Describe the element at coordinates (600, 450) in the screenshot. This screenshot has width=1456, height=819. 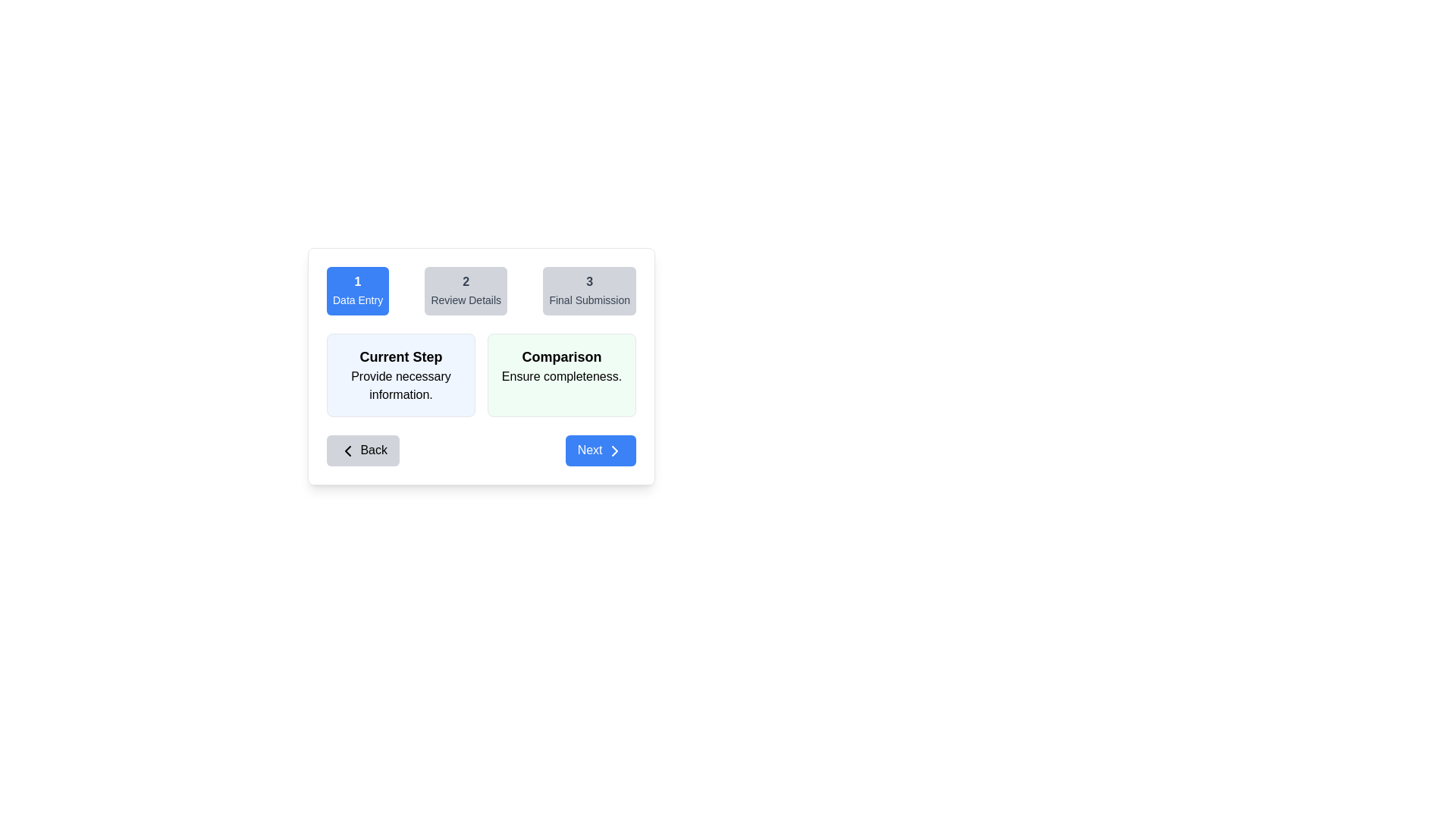
I see `the blue 'Next' button with rounded edges that contains white text and a right-pointing chevron icon to proceed to the next step` at that location.